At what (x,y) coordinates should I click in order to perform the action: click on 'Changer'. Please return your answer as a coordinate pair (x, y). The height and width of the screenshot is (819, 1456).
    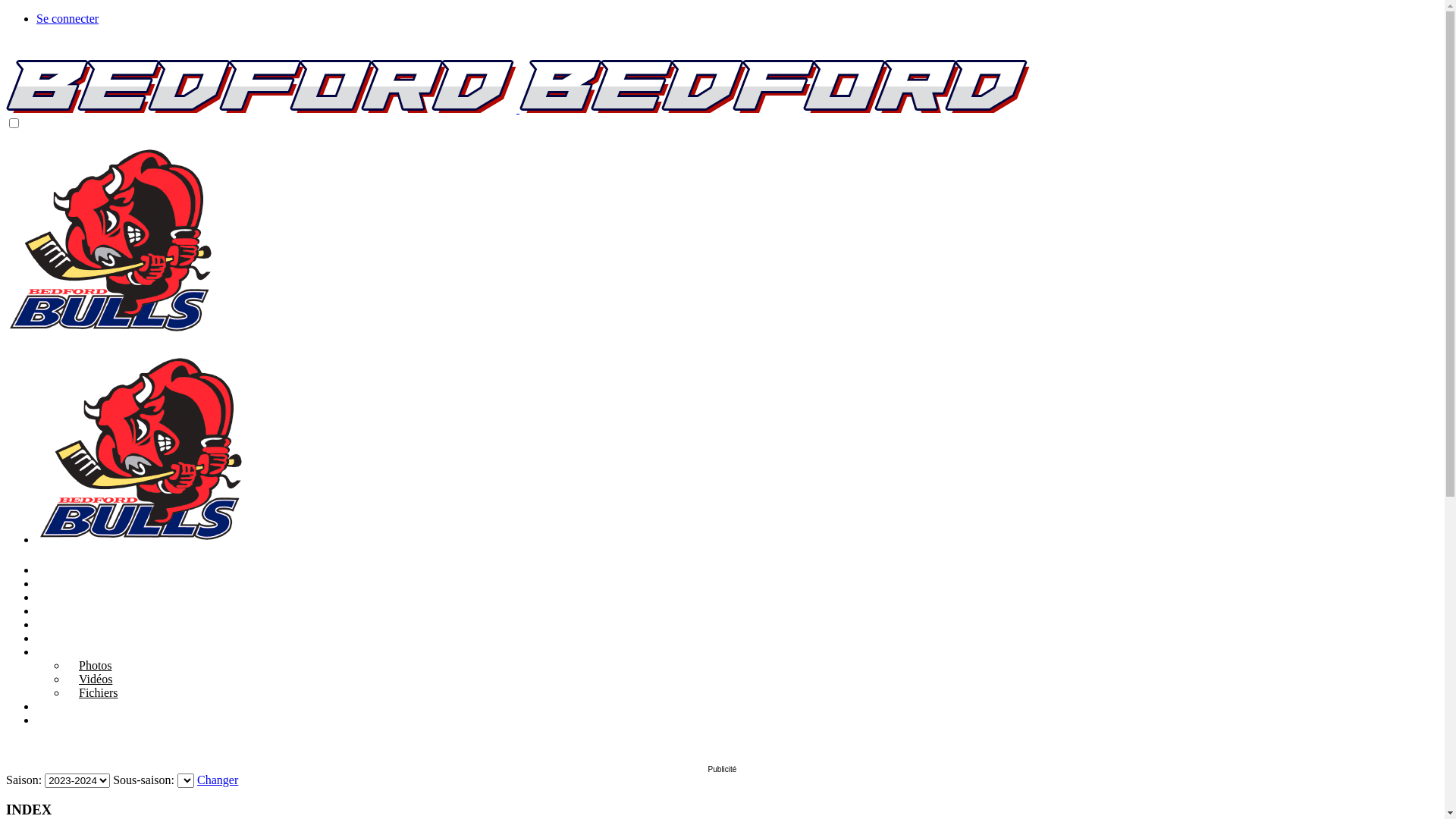
    Looking at the image, I should click on (217, 780).